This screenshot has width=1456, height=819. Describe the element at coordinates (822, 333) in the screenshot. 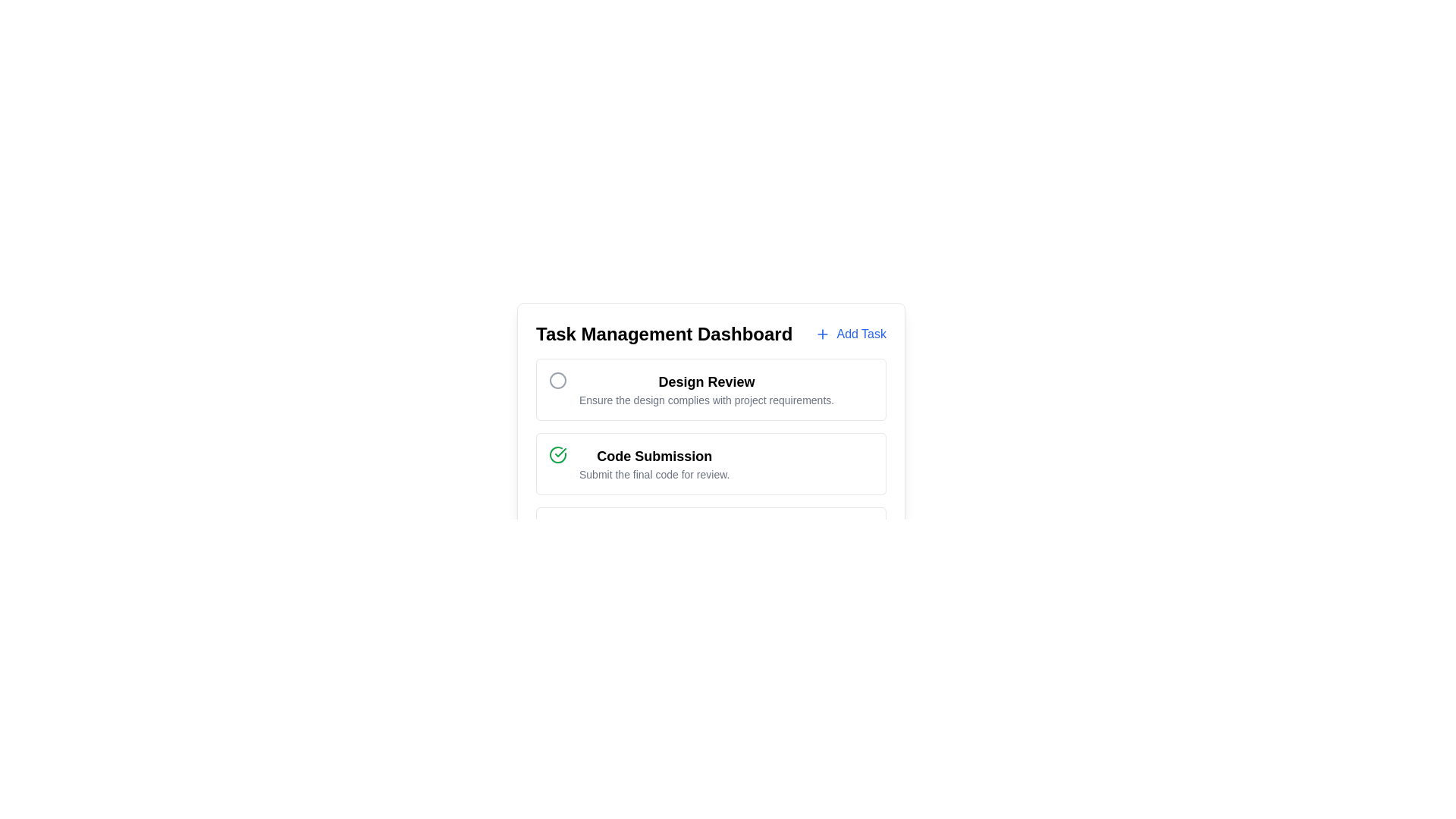

I see `the '+' button located to the right of the 'Add Task' text in the top-right corner of the 'Task Management Dashboard'` at that location.